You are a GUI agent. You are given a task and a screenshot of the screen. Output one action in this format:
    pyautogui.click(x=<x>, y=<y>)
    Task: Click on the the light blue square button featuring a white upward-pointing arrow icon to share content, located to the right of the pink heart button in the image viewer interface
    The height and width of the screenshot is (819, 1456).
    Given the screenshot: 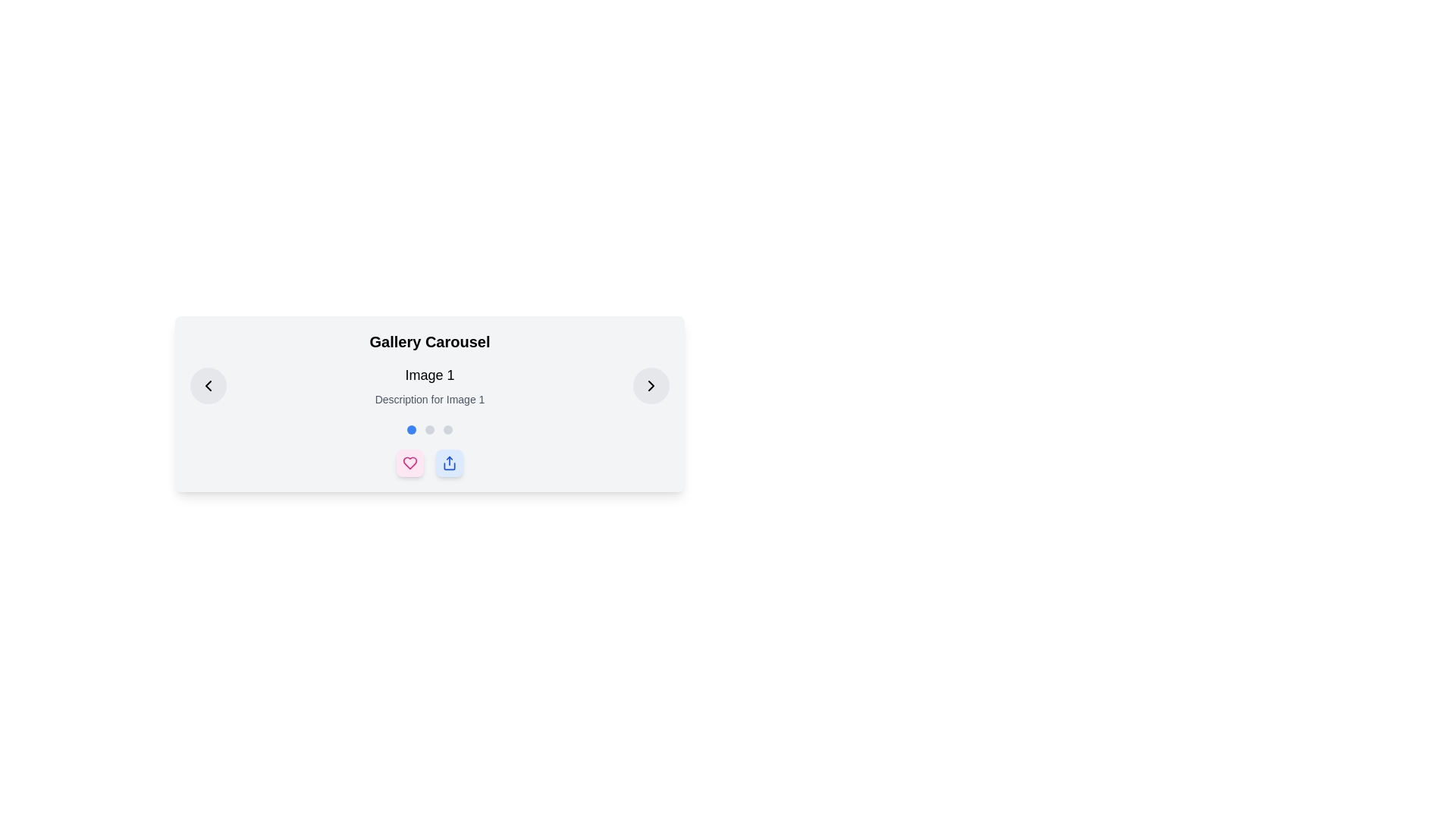 What is the action you would take?
    pyautogui.click(x=449, y=462)
    